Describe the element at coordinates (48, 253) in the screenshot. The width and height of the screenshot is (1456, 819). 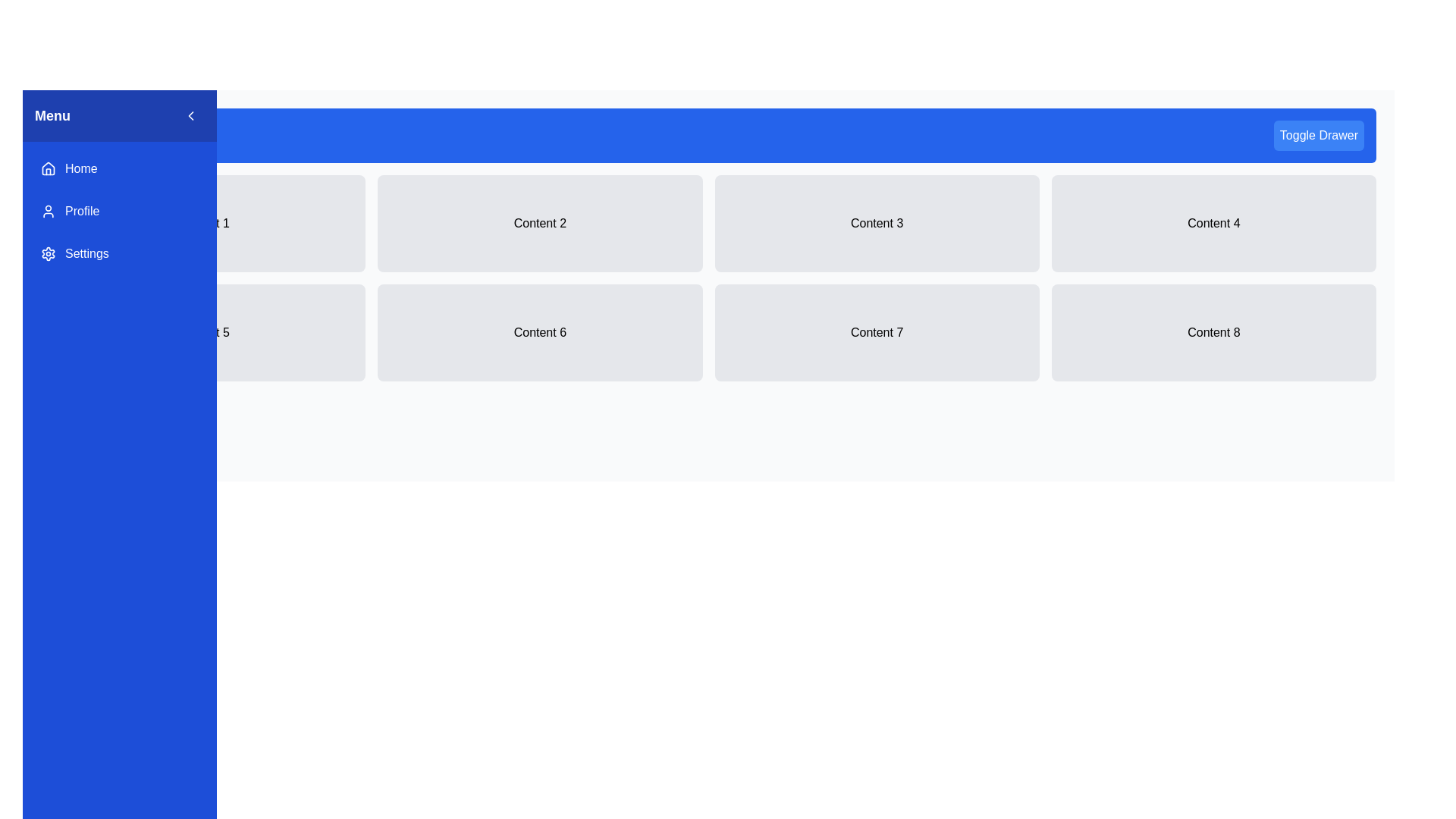
I see `the gear-shaped settings icon with a blue background and white outlines, which is the first icon in the 'Settings' menu located in the left-side navigation bar` at that location.